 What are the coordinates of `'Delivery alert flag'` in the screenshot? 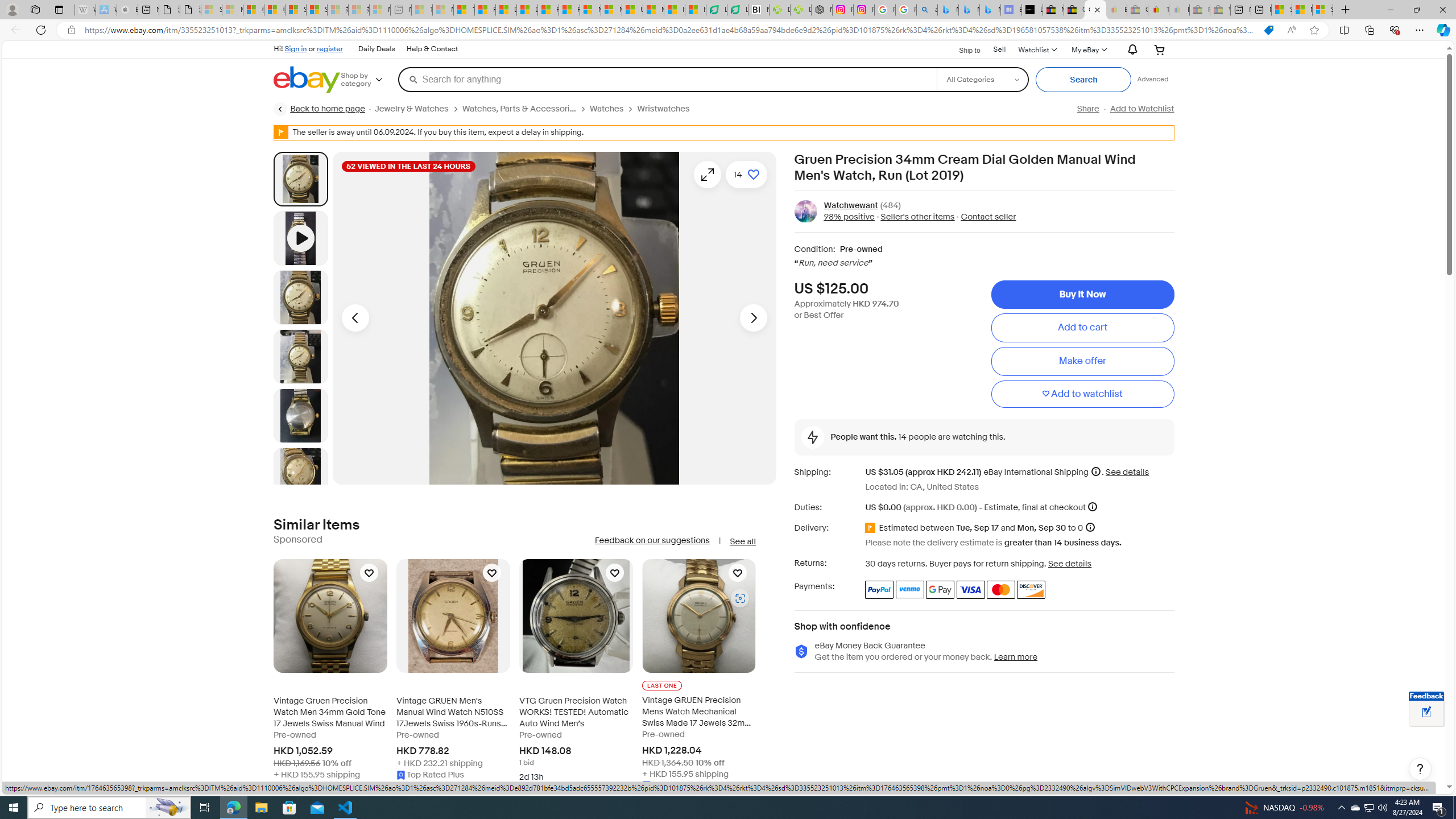 It's located at (871, 528).